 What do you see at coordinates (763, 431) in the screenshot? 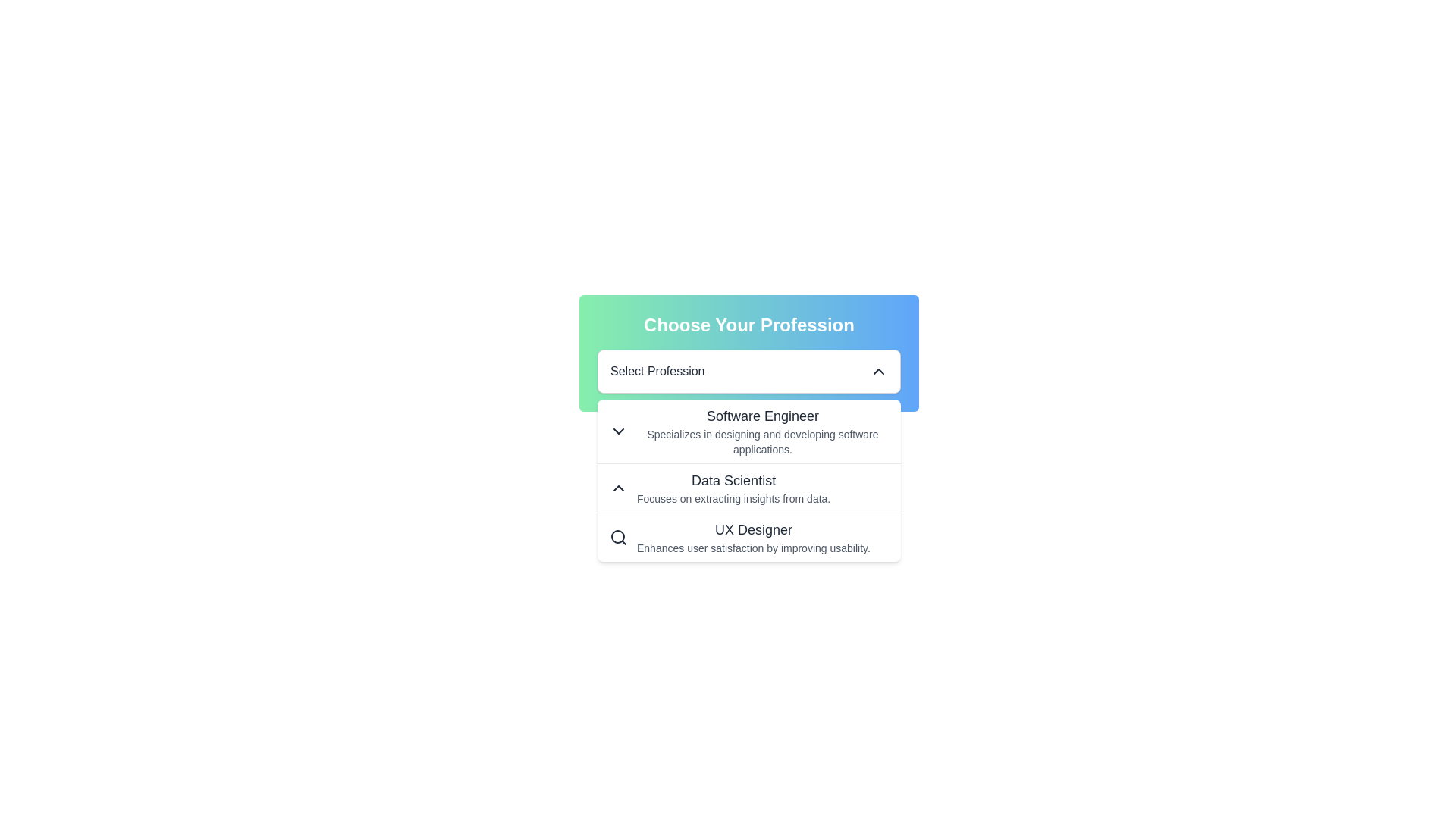
I see `the list item displaying 'Software Engineer'` at bounding box center [763, 431].